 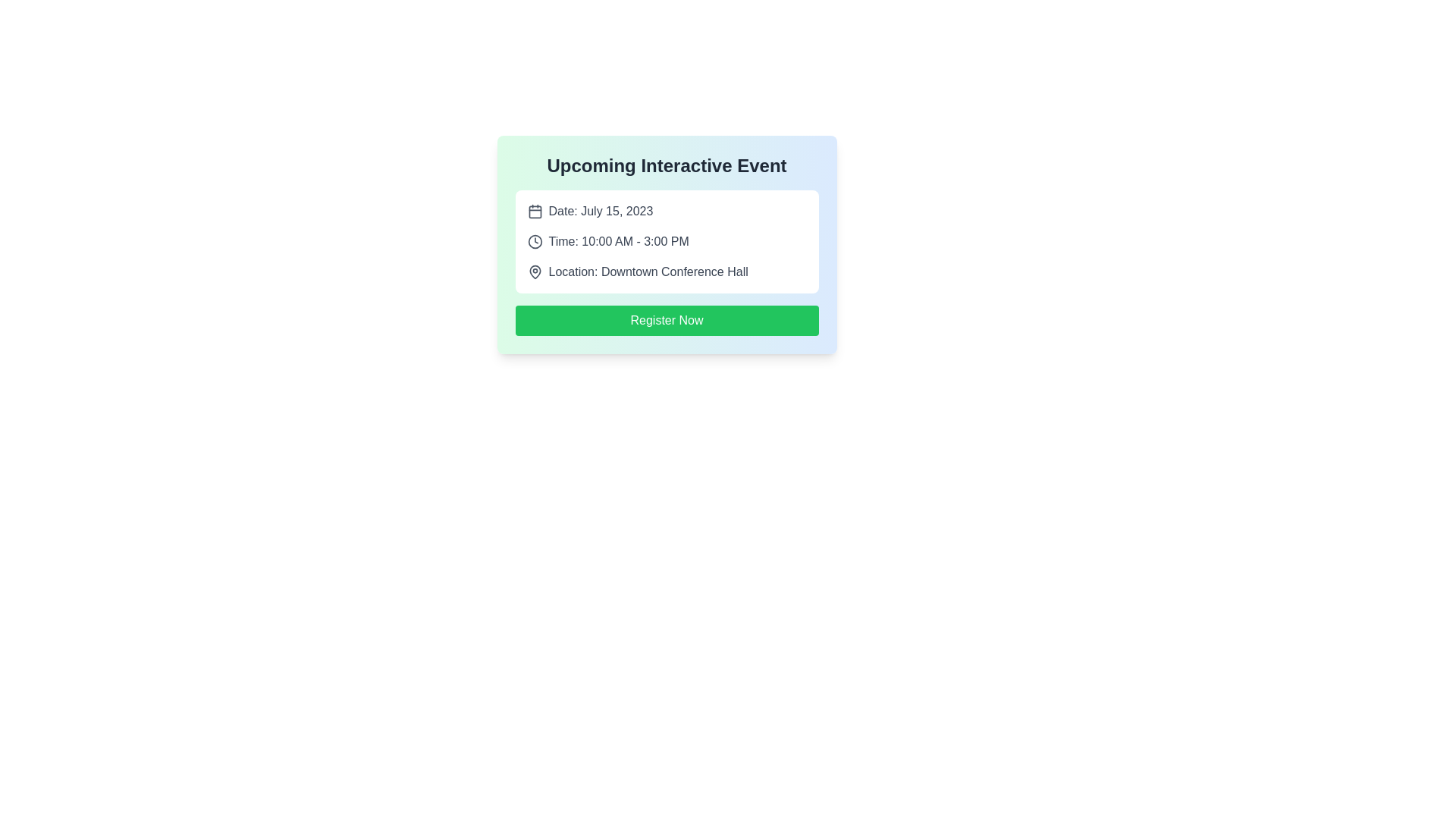 I want to click on the calendar icon, which is a gray square outline with internal calendar design elements, located adjacent to the text 'Date: July 15, 2023', so click(x=535, y=211).